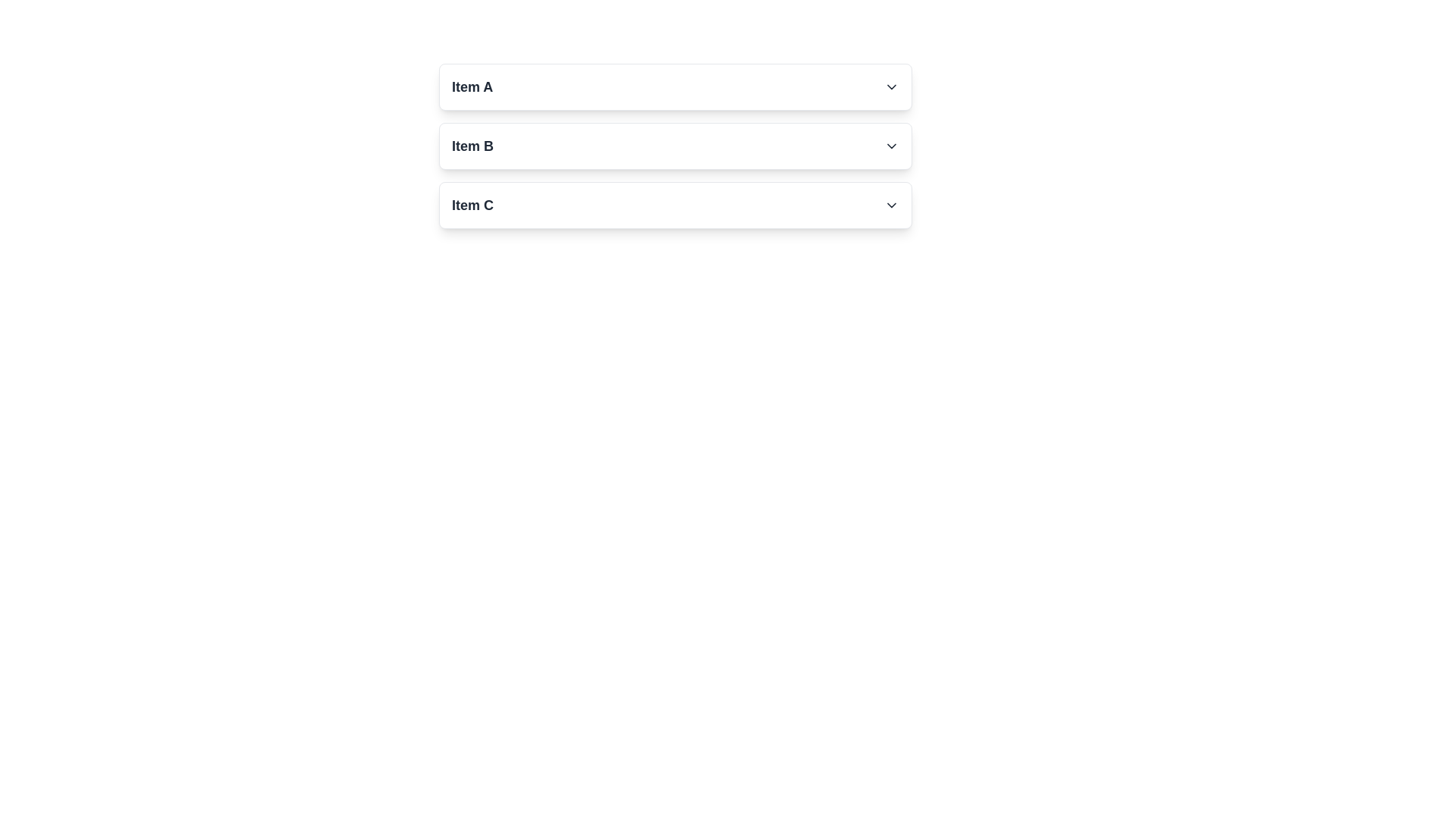 Image resolution: width=1456 pixels, height=819 pixels. What do you see at coordinates (472, 146) in the screenshot?
I see `the Text label containing bold text 'Item B' styled in a sans-serif font, located within a white rectangular area` at bounding box center [472, 146].